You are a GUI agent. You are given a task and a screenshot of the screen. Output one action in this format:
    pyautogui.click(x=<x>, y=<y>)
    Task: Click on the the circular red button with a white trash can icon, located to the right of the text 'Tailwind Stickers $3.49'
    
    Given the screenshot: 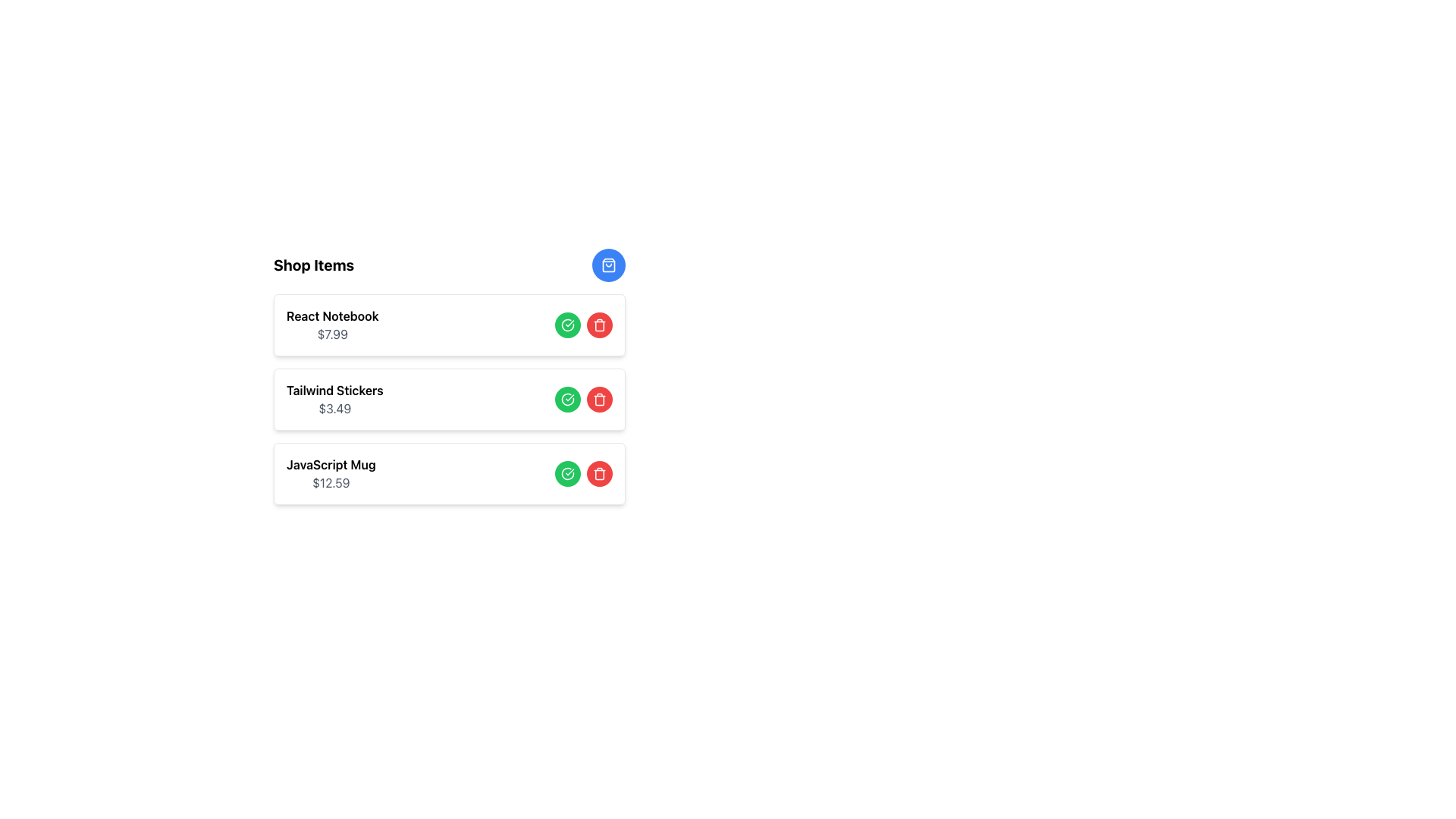 What is the action you would take?
    pyautogui.click(x=599, y=399)
    